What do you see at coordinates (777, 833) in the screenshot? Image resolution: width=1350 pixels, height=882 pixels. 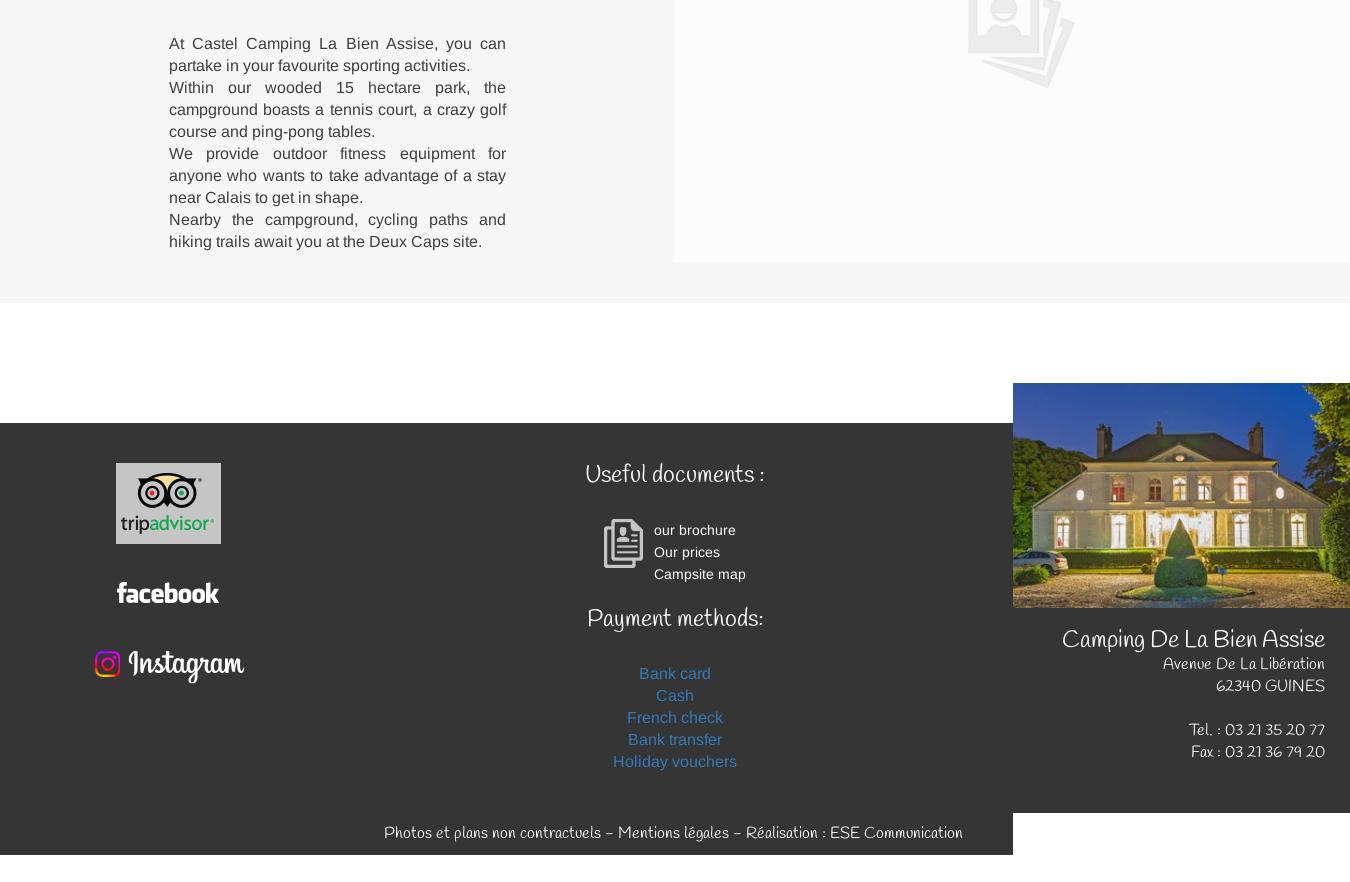 I see `'- Réalisation :'` at bounding box center [777, 833].